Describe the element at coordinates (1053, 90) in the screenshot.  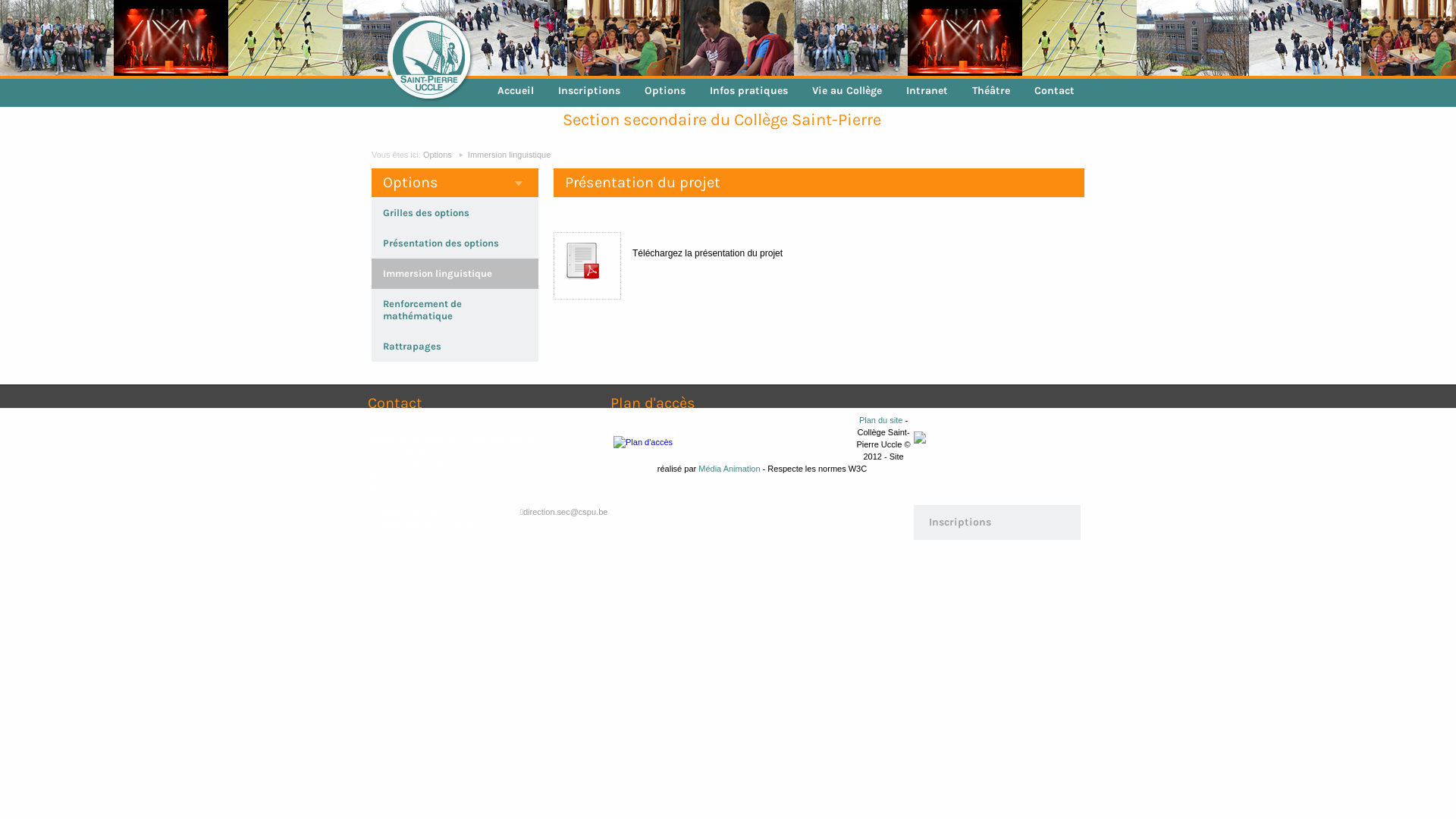
I see `'Contact'` at that location.